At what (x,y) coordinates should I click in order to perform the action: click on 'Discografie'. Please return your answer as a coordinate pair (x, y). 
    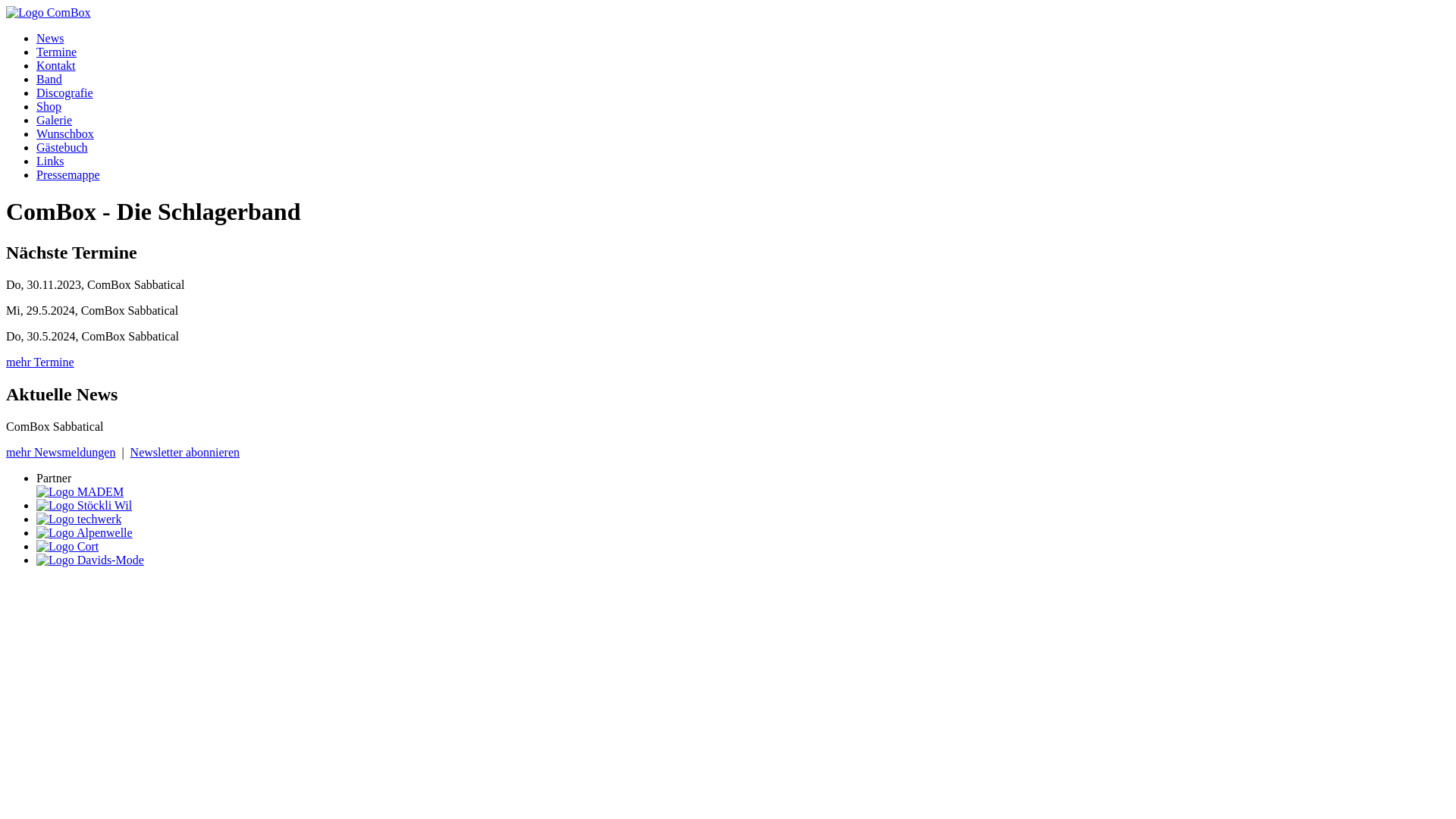
    Looking at the image, I should click on (64, 93).